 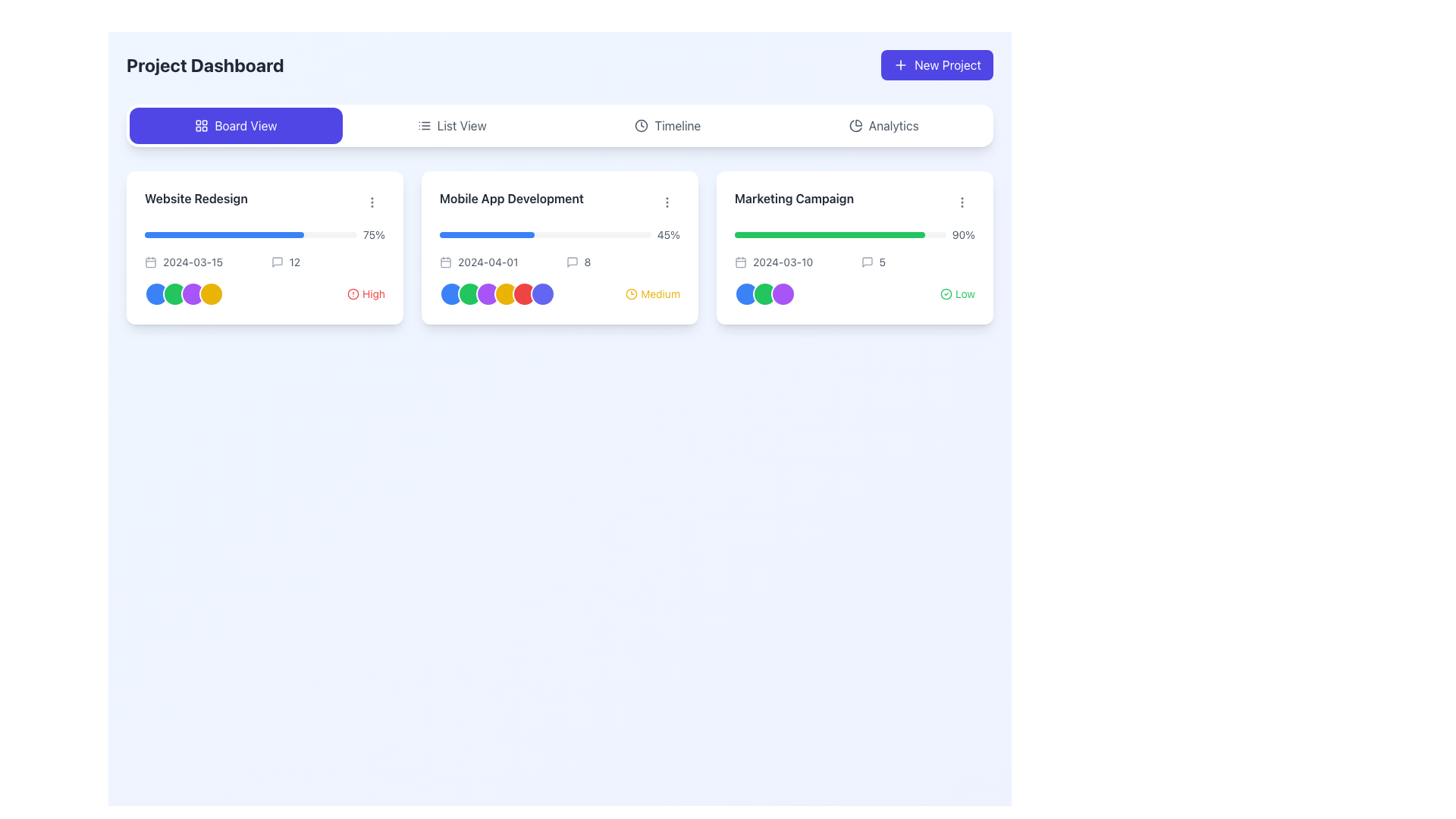 I want to click on the circular status indicator located in the bottom-middle section of the 'Mobile App Development' card, positioned fifth among six circular icons, so click(x=524, y=294).